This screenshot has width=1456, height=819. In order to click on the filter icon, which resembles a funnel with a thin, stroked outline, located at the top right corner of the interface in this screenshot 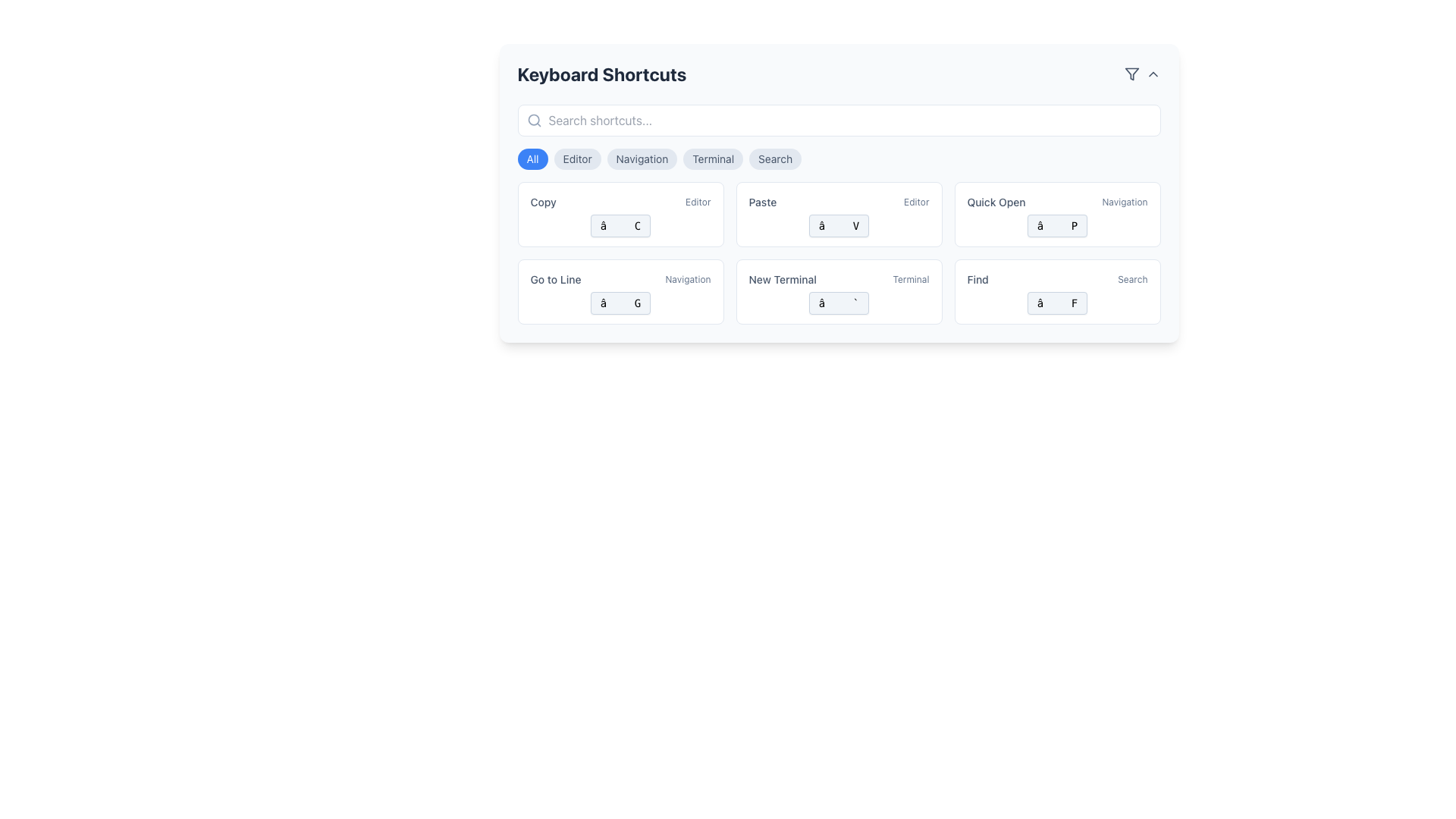, I will do `click(1131, 74)`.